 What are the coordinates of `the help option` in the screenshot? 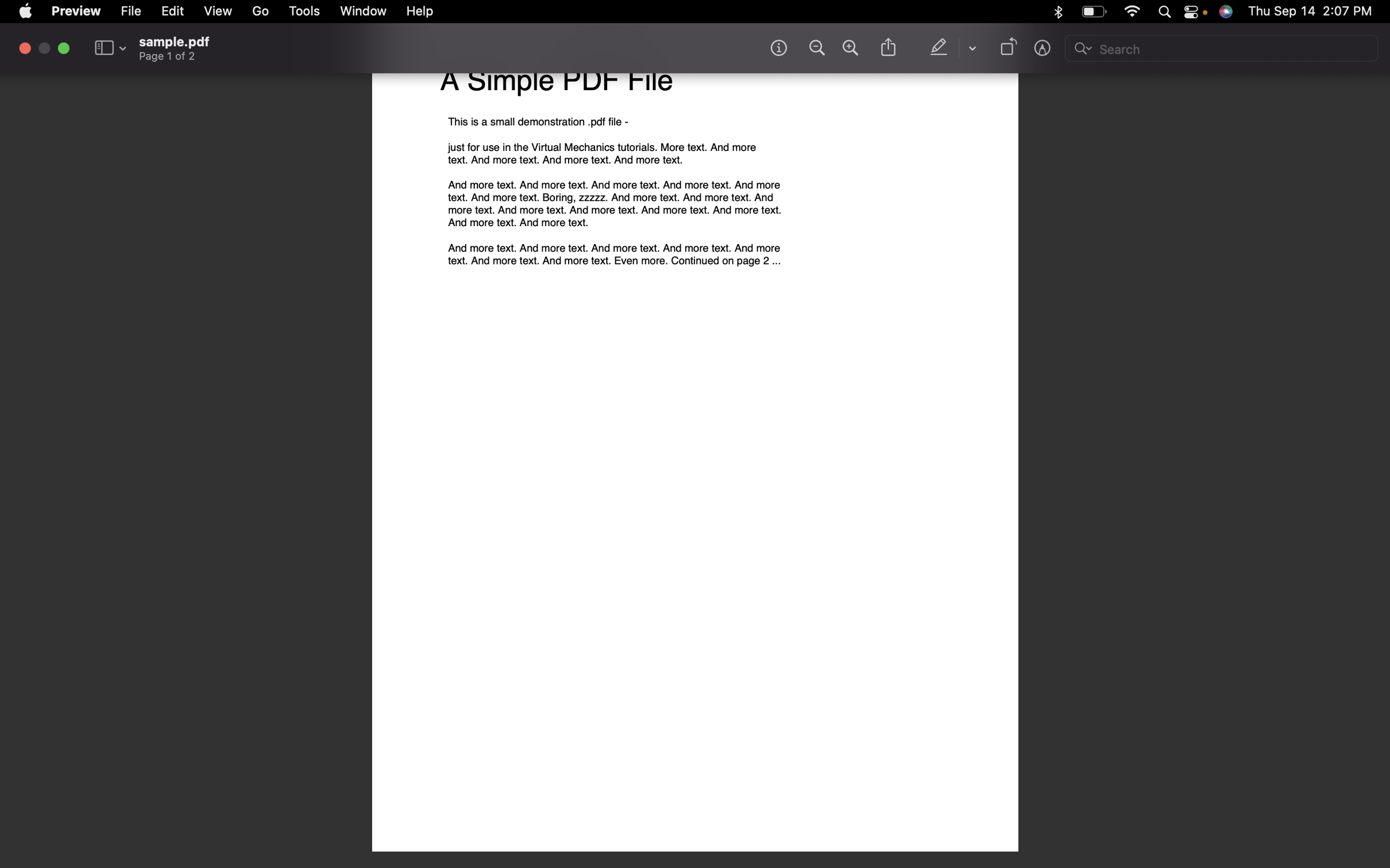 It's located at (419, 12).